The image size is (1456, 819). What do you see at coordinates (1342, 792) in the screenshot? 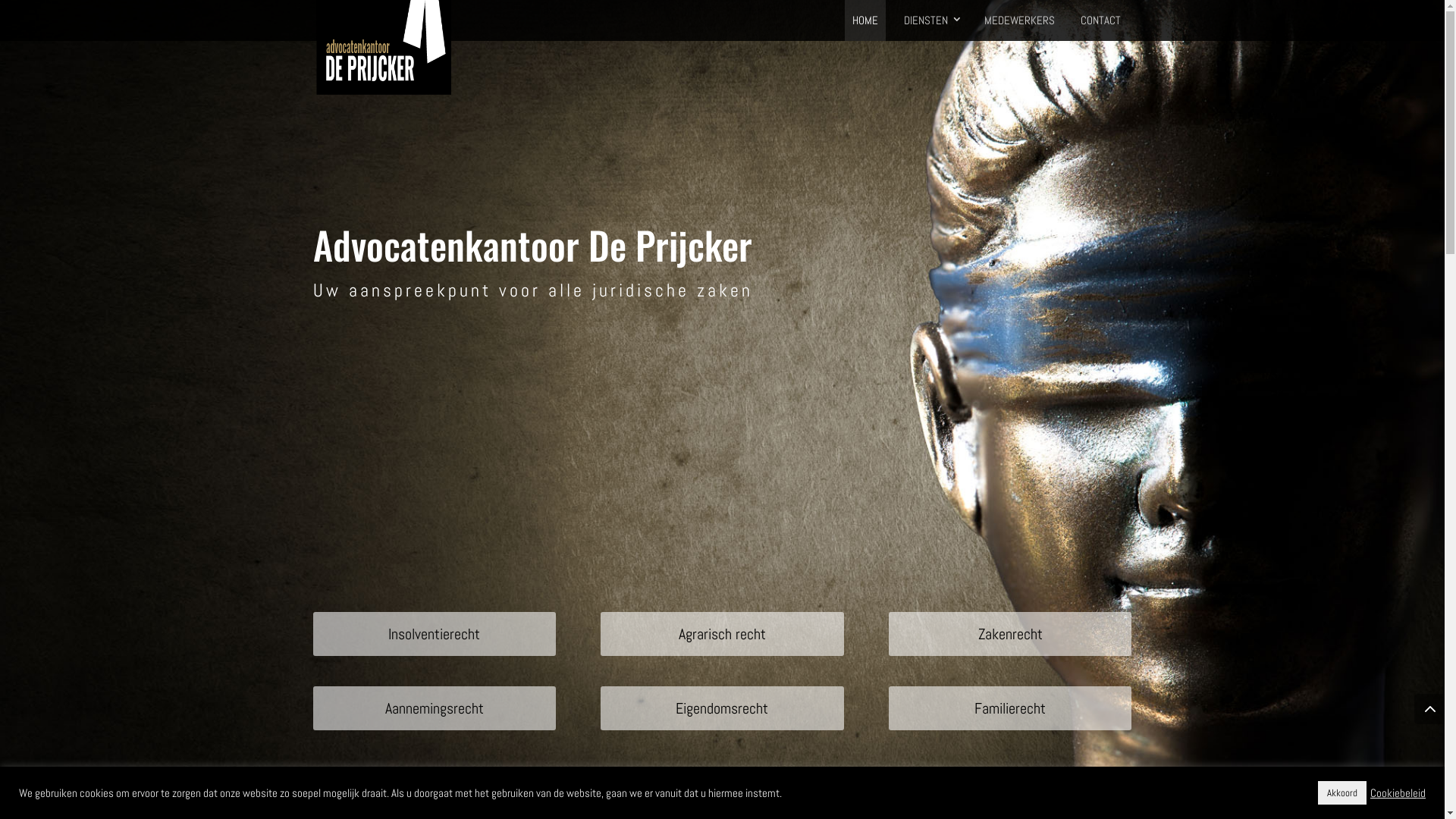
I see `'Akkoord'` at bounding box center [1342, 792].